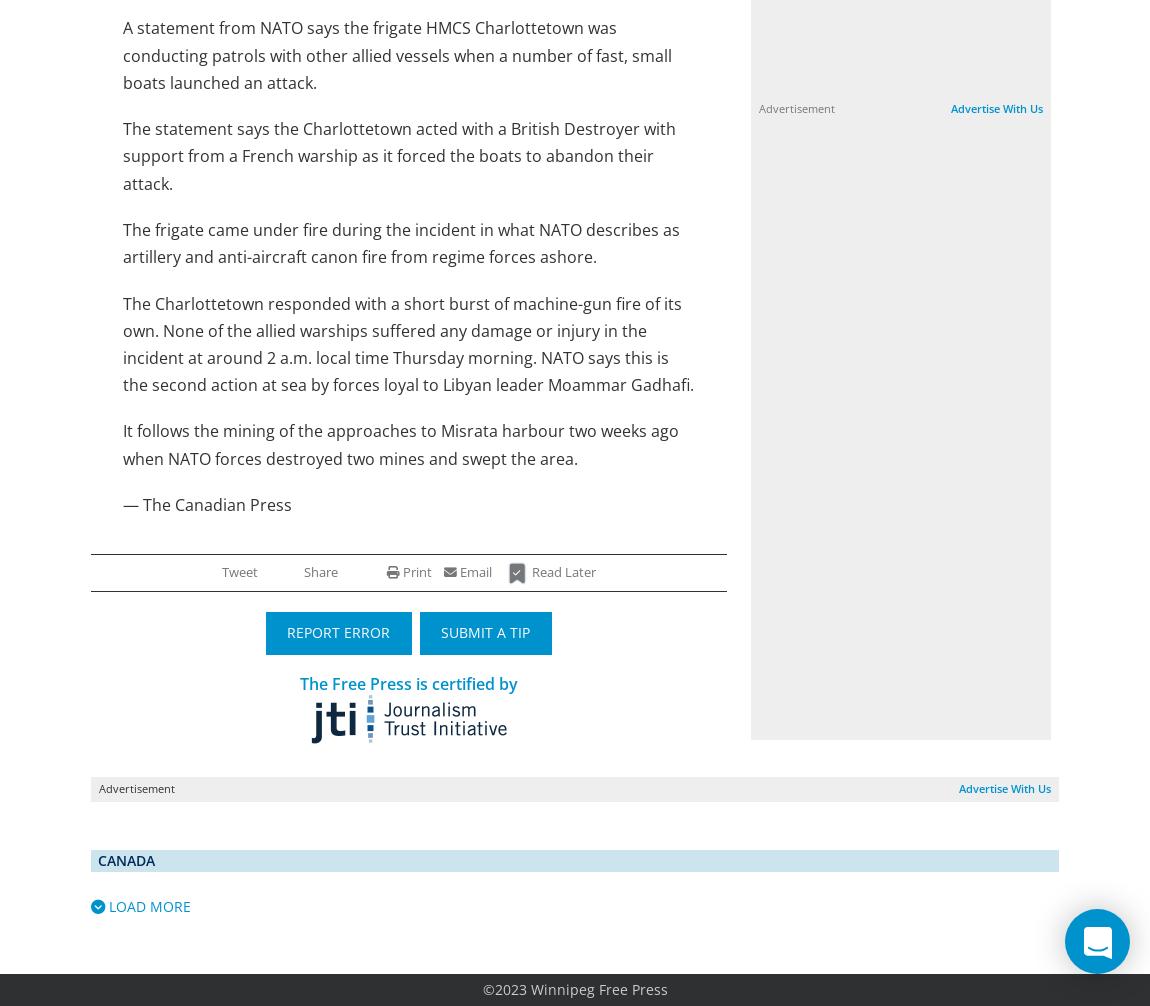 The image size is (1150, 1006). I want to click on 'Report Error', so click(338, 631).